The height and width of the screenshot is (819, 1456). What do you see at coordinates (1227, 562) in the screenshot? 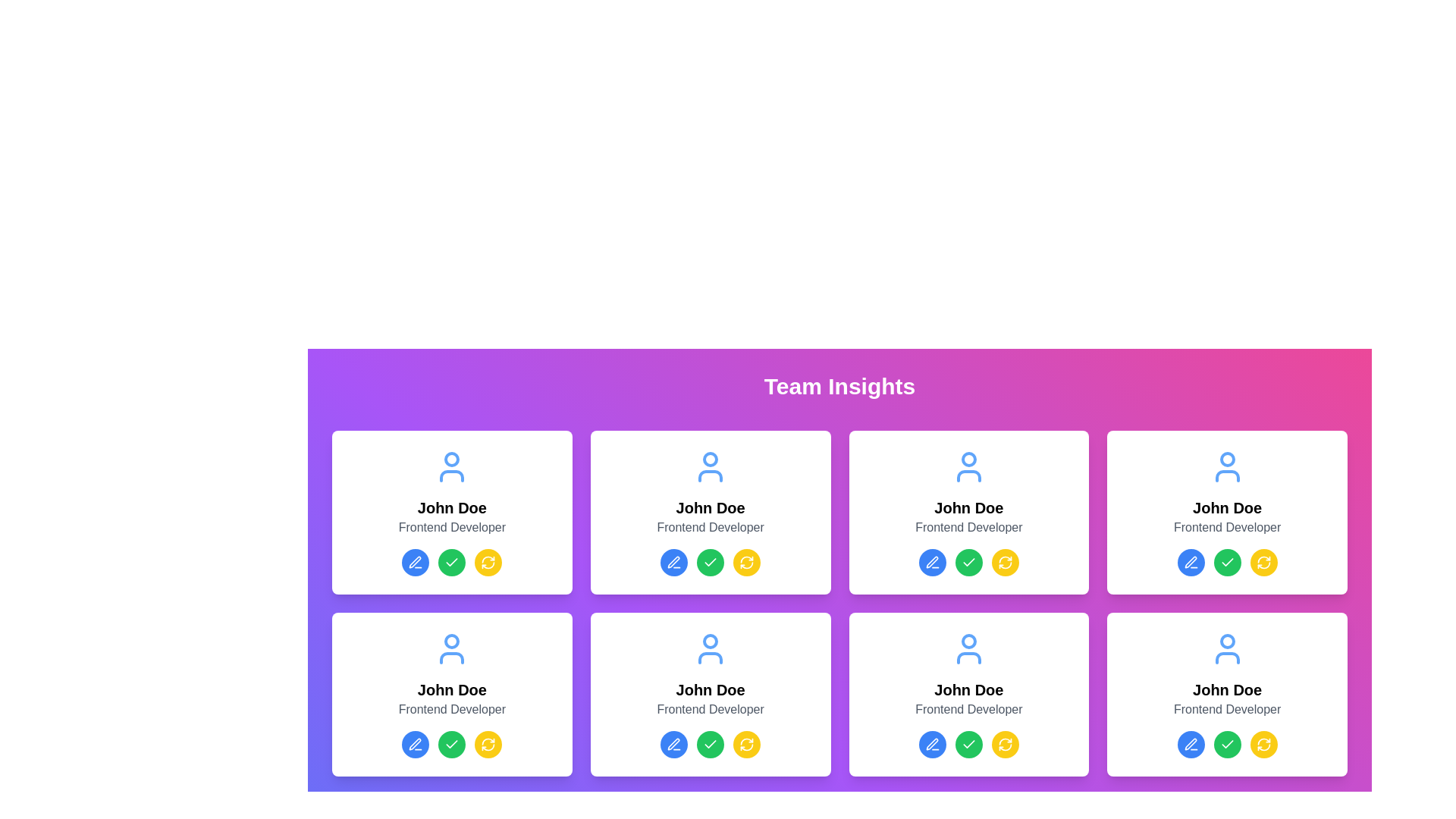
I see `the check mark icon located in the second row and second column of the grid layout, which serves as a visual confirmation symbol` at bounding box center [1227, 562].